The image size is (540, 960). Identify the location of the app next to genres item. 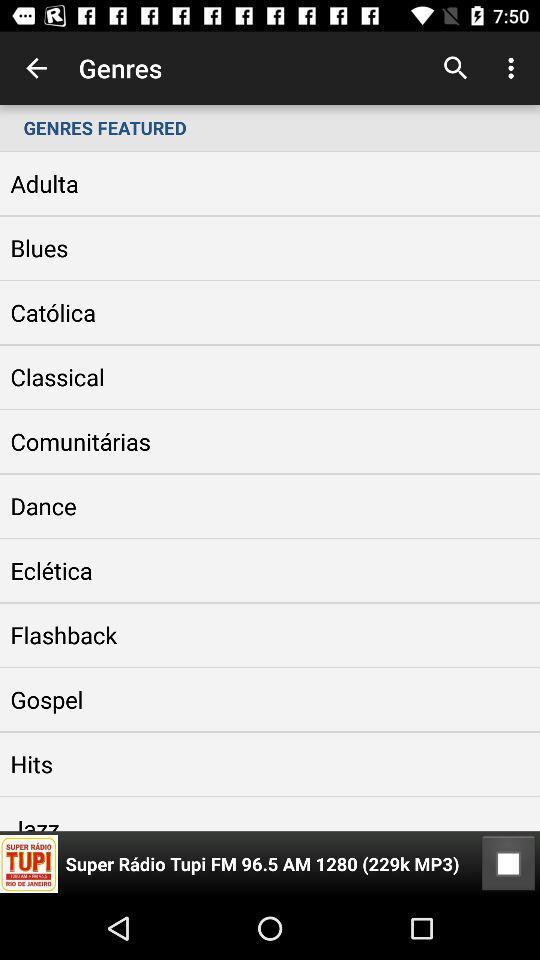
(455, 68).